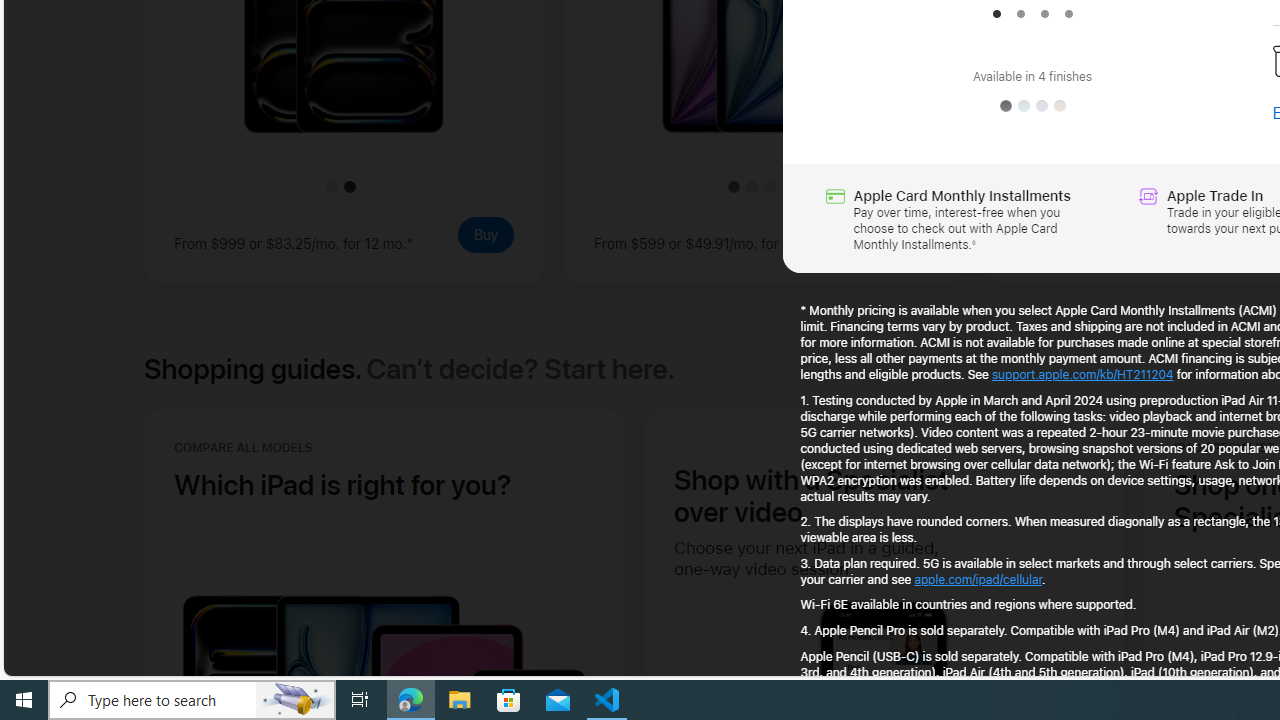 The image size is (1280, 720). Describe the element at coordinates (1043, 14) in the screenshot. I see `'Item 3'` at that location.